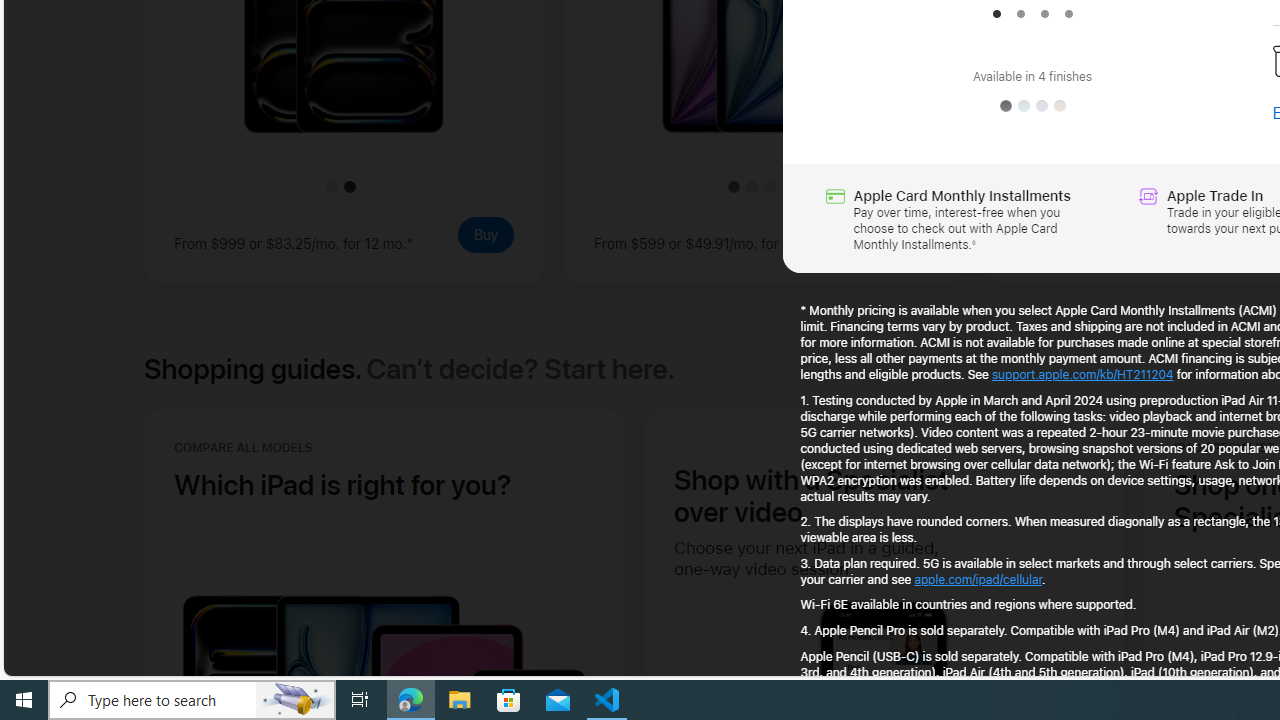 The image size is (1280, 720). Describe the element at coordinates (1043, 14) in the screenshot. I see `'Item 3'` at that location.